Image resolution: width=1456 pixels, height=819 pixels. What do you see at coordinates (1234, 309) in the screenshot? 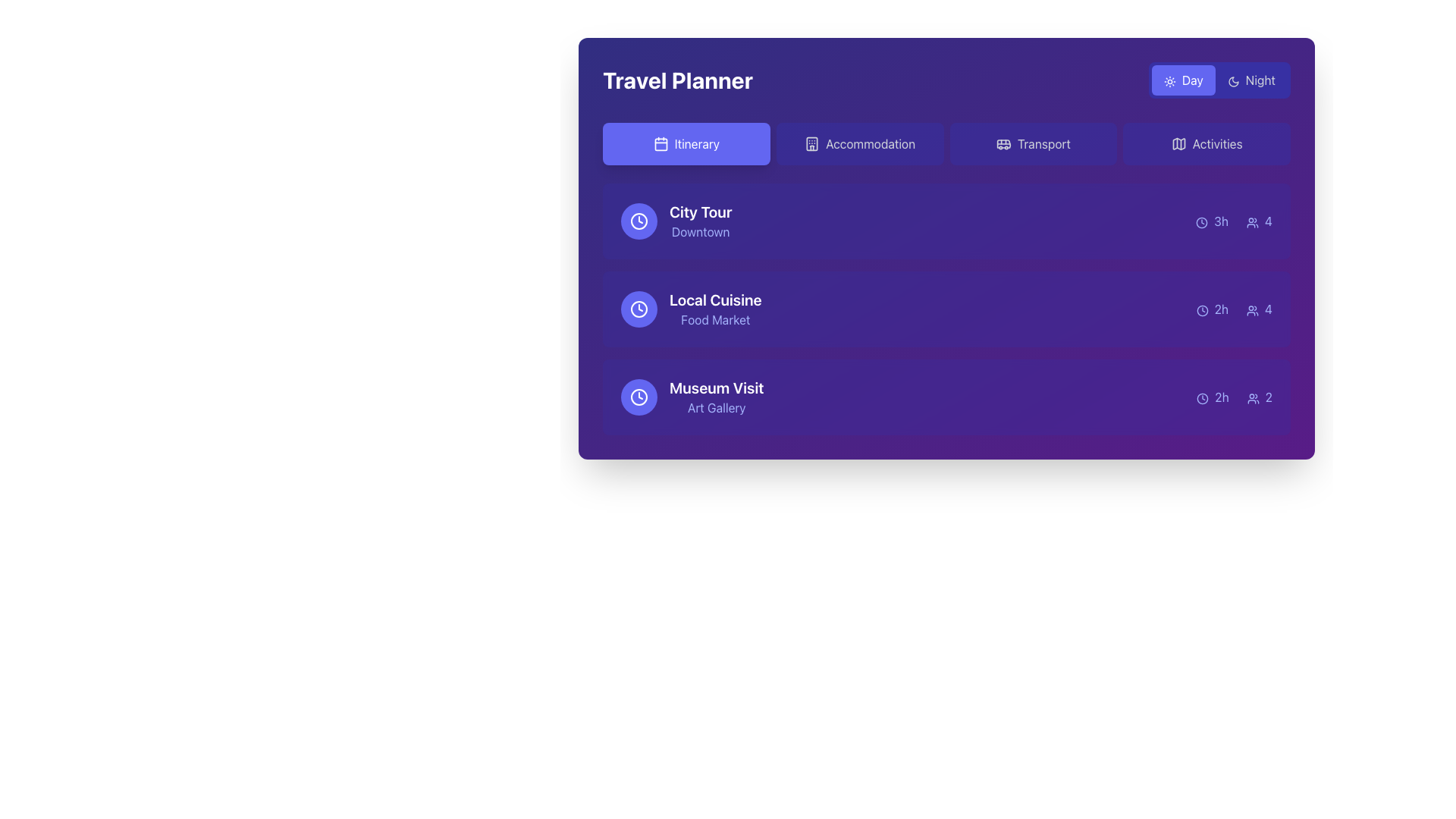
I see `information displayed in the Information display component showing '2h4' along with the clock and user group icons` at bounding box center [1234, 309].